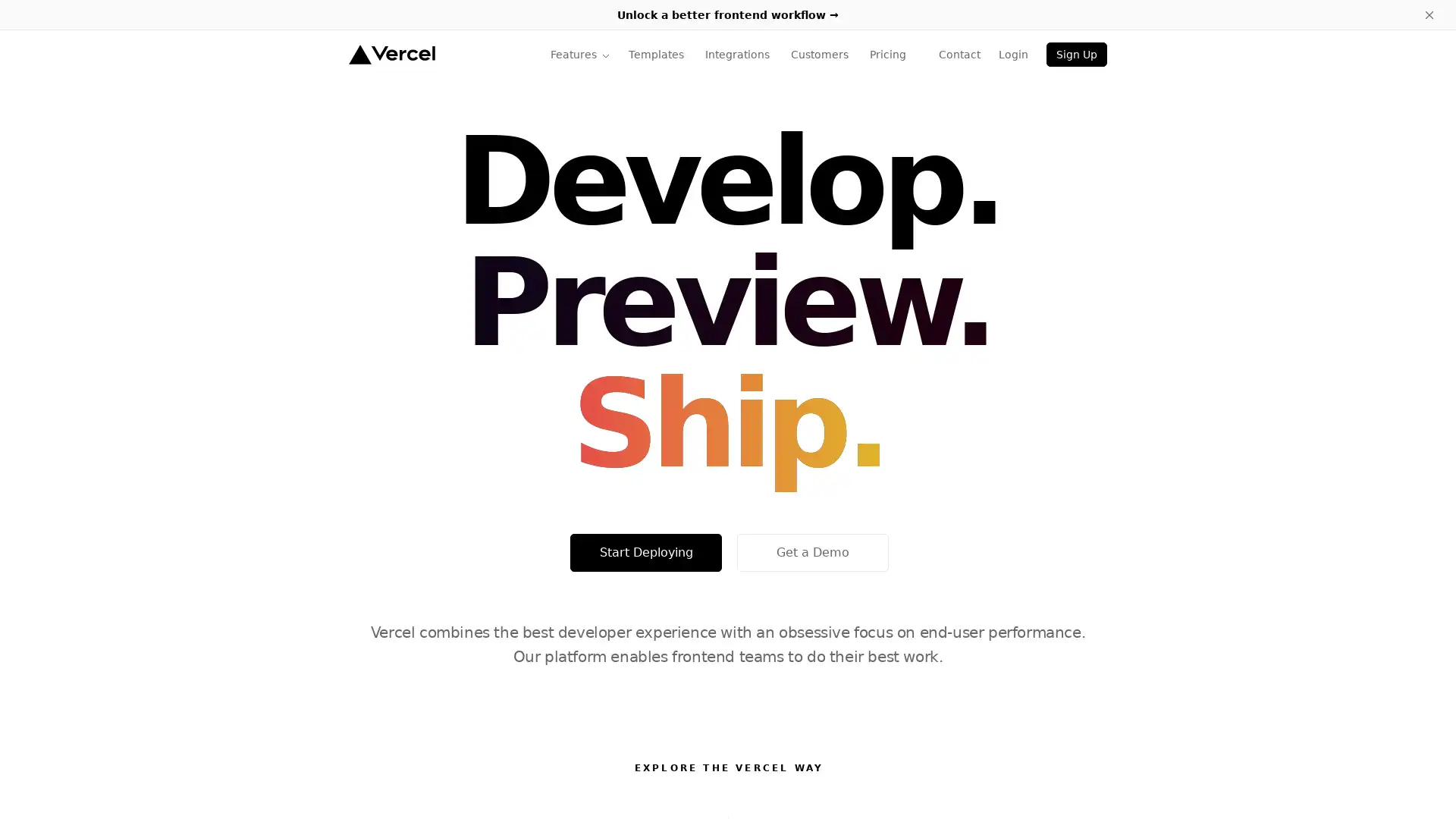  What do you see at coordinates (579, 54) in the screenshot?
I see `Features` at bounding box center [579, 54].